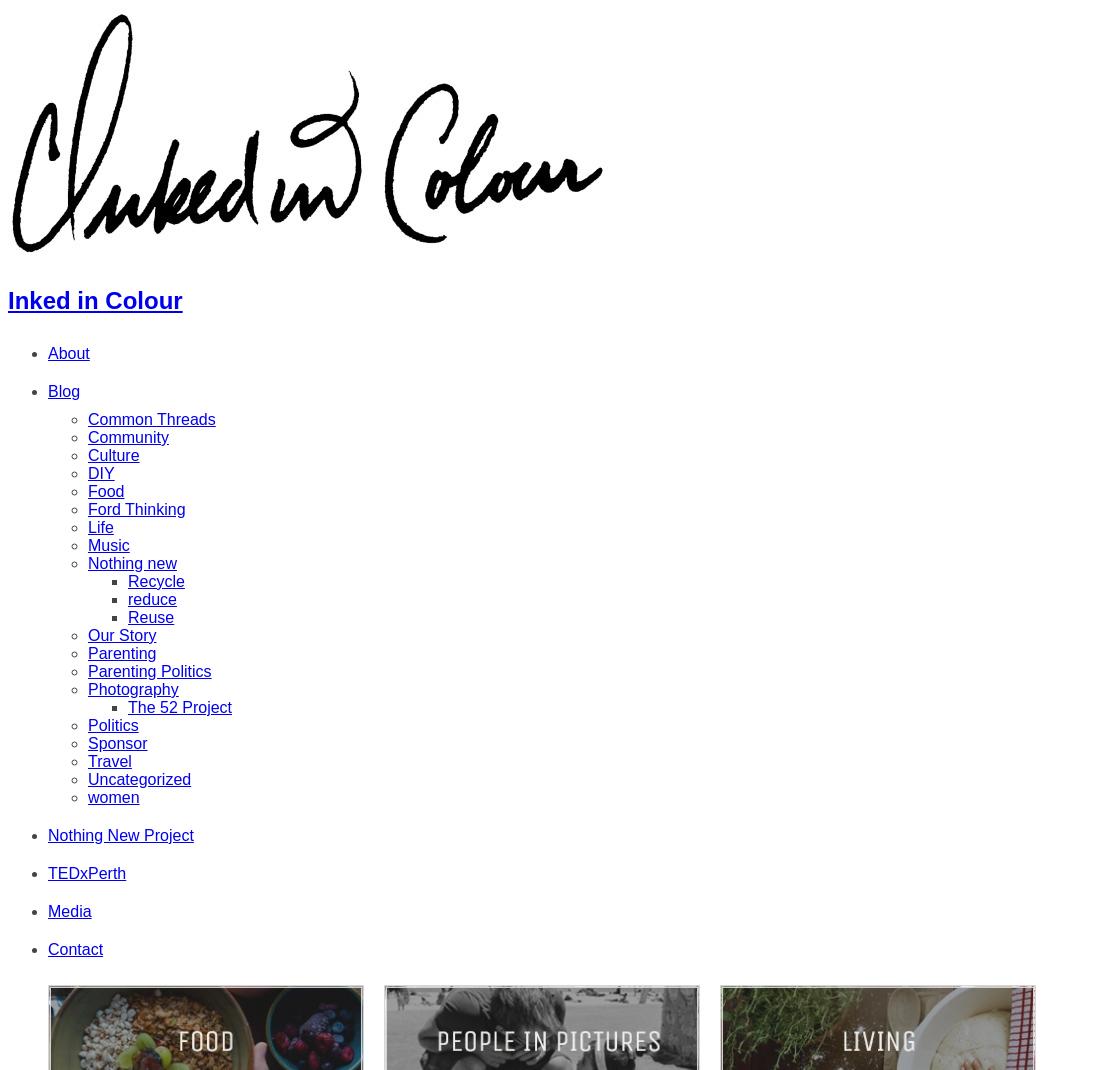 This screenshot has height=1070, width=1100. What do you see at coordinates (113, 454) in the screenshot?
I see `'Culture'` at bounding box center [113, 454].